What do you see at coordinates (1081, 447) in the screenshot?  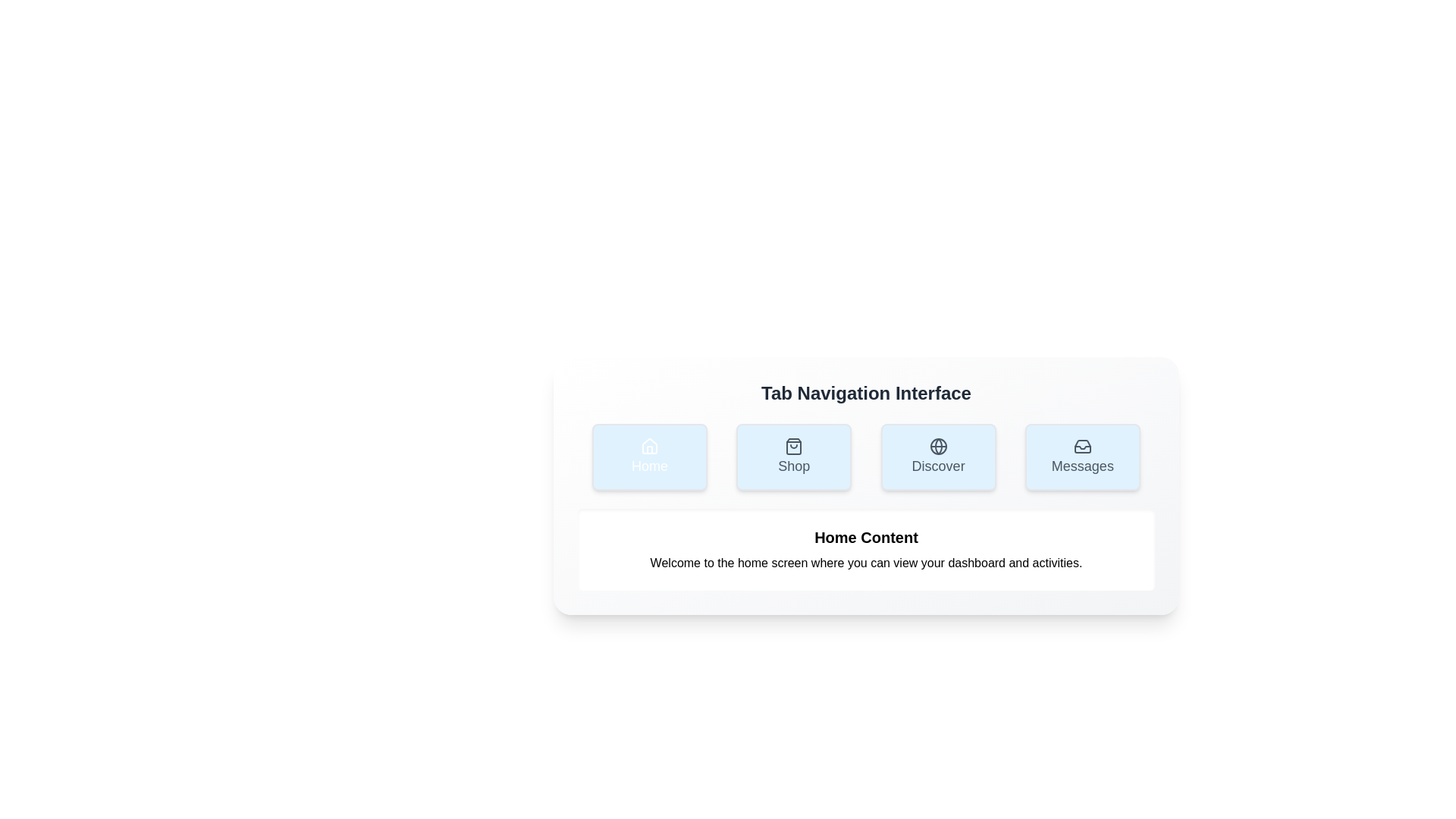 I see `the small polygonal graphical decoration within the 'Messages' tab icon located at the rightmost position of the tab-based navigation interface` at bounding box center [1081, 447].